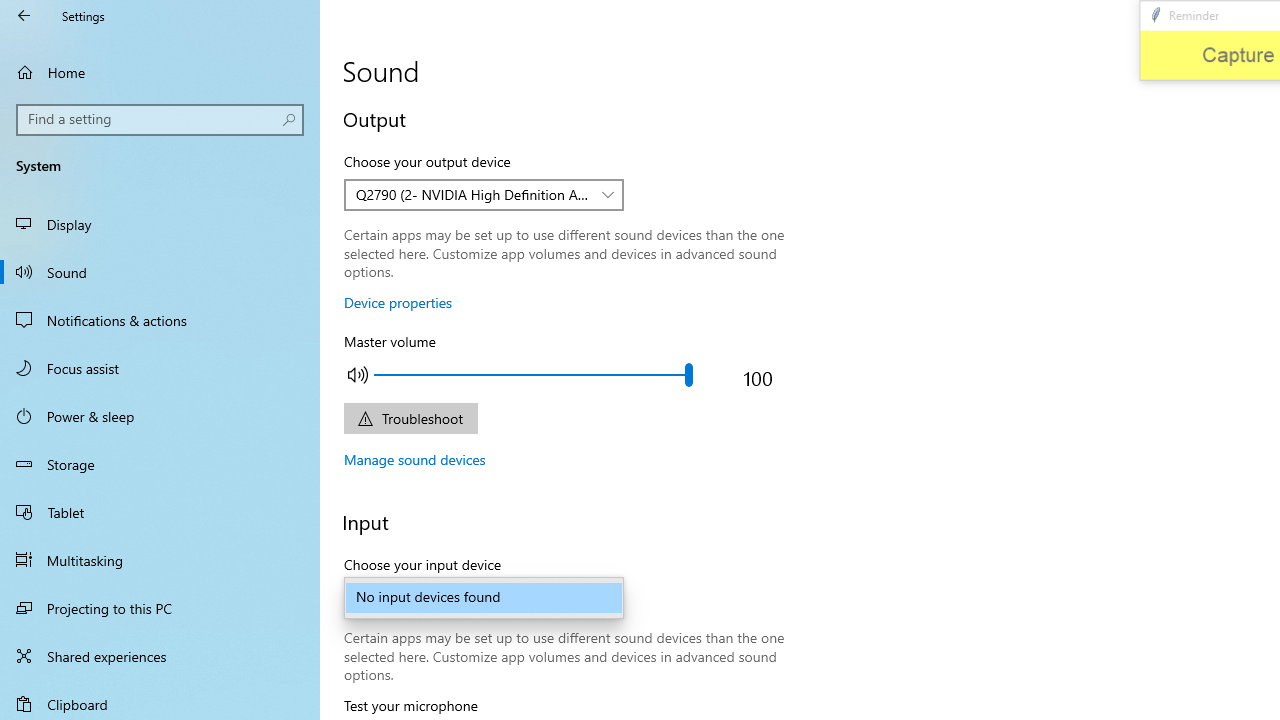 The height and width of the screenshot is (720, 1280). I want to click on 'Choose your input device', so click(484, 596).